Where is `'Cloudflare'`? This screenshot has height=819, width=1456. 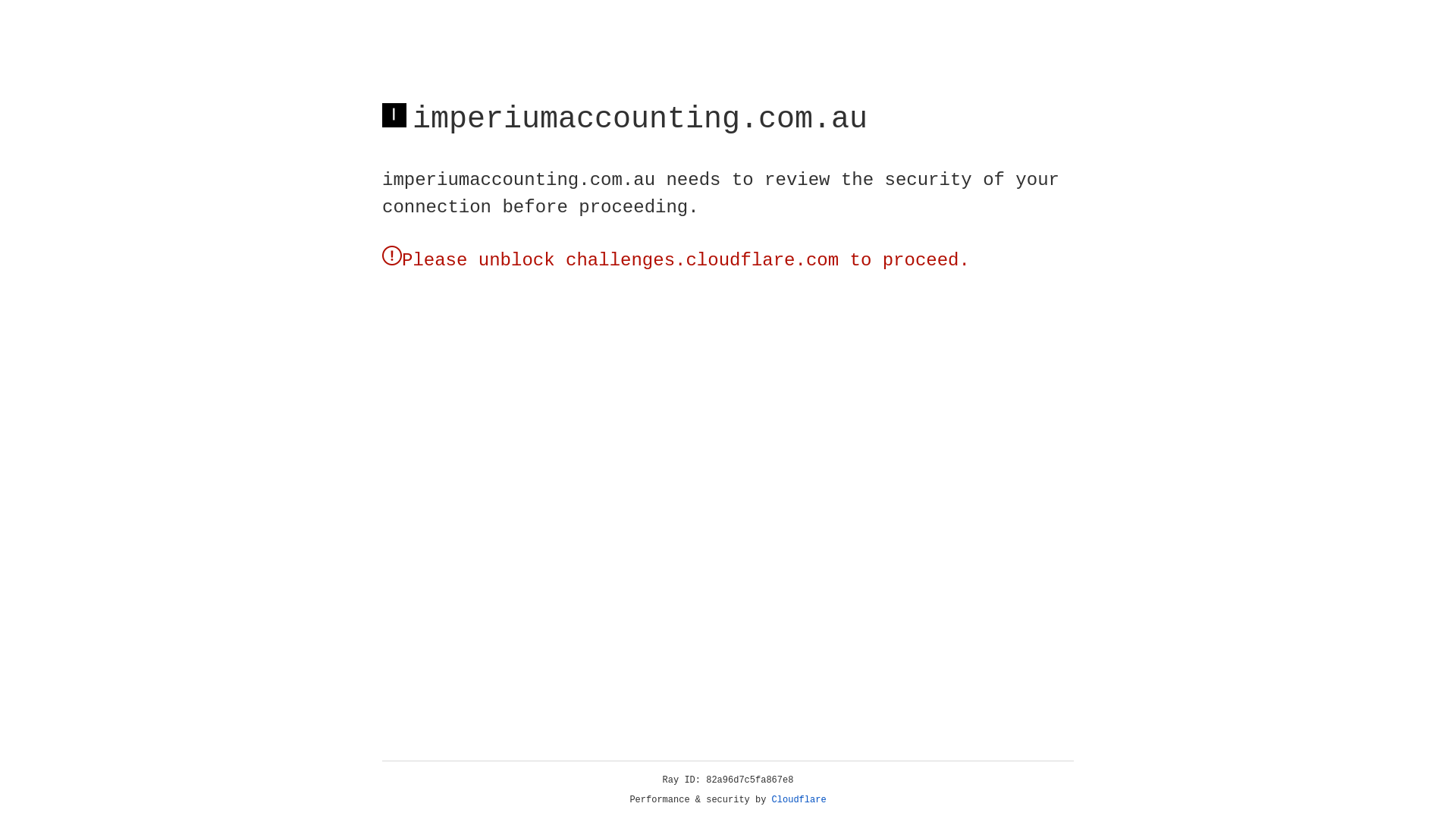 'Cloudflare' is located at coordinates (771, 799).